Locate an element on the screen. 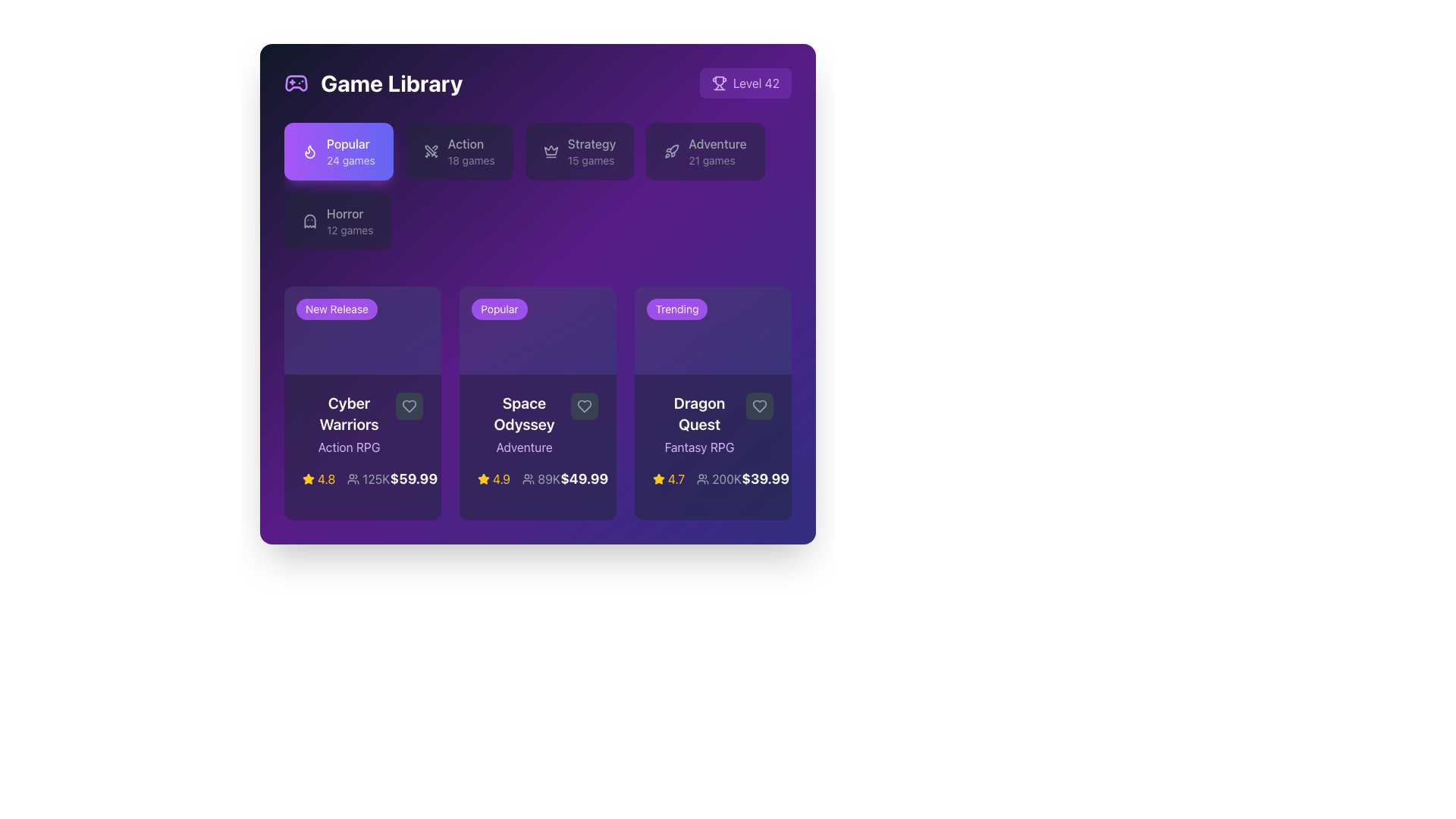 The height and width of the screenshot is (819, 1456). the text element displaying the numerical rating value for the game 'Dragon Quest' is located at coordinates (676, 479).